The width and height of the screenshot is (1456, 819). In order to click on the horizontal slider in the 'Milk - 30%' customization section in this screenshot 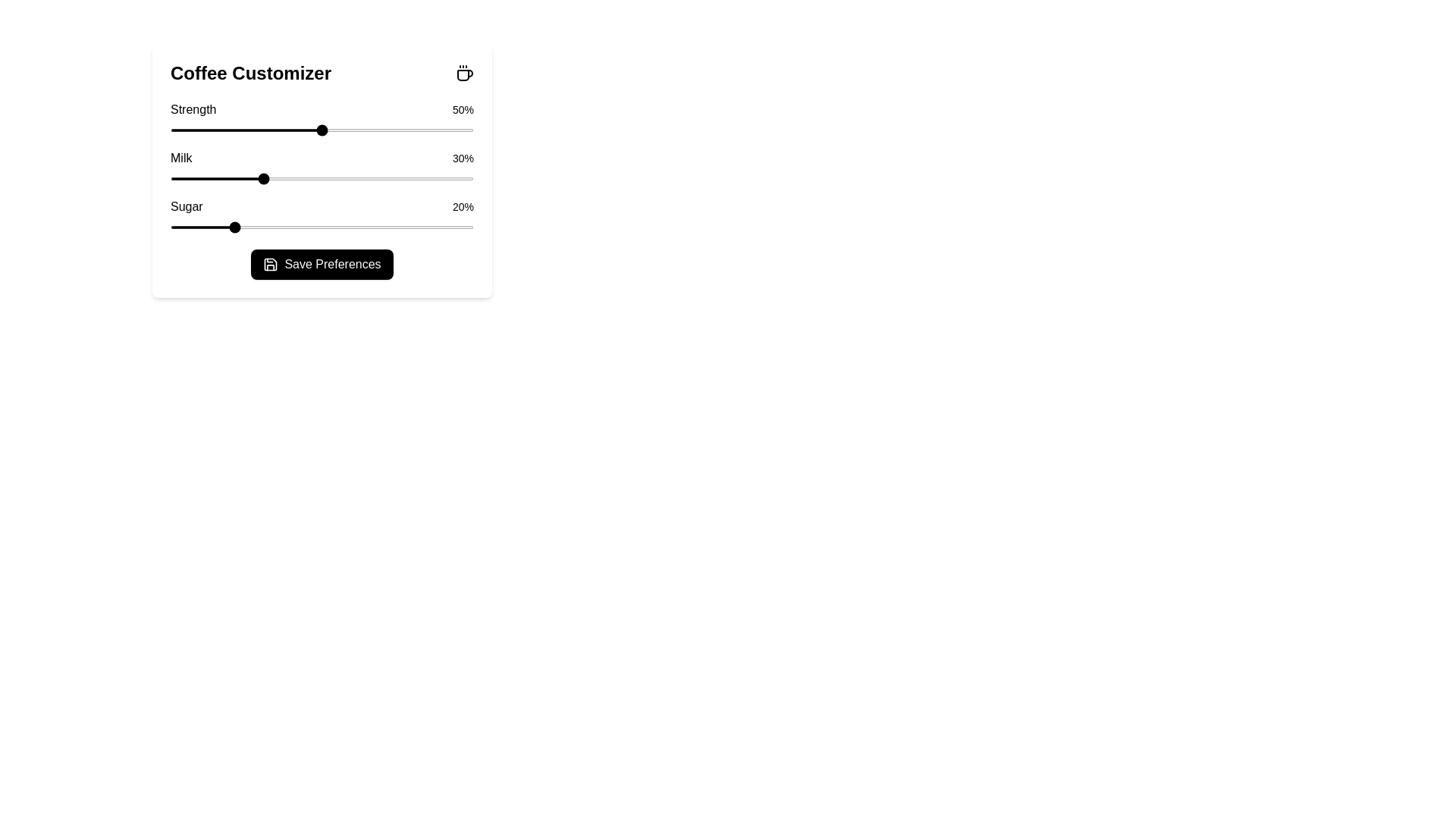, I will do `click(322, 177)`.